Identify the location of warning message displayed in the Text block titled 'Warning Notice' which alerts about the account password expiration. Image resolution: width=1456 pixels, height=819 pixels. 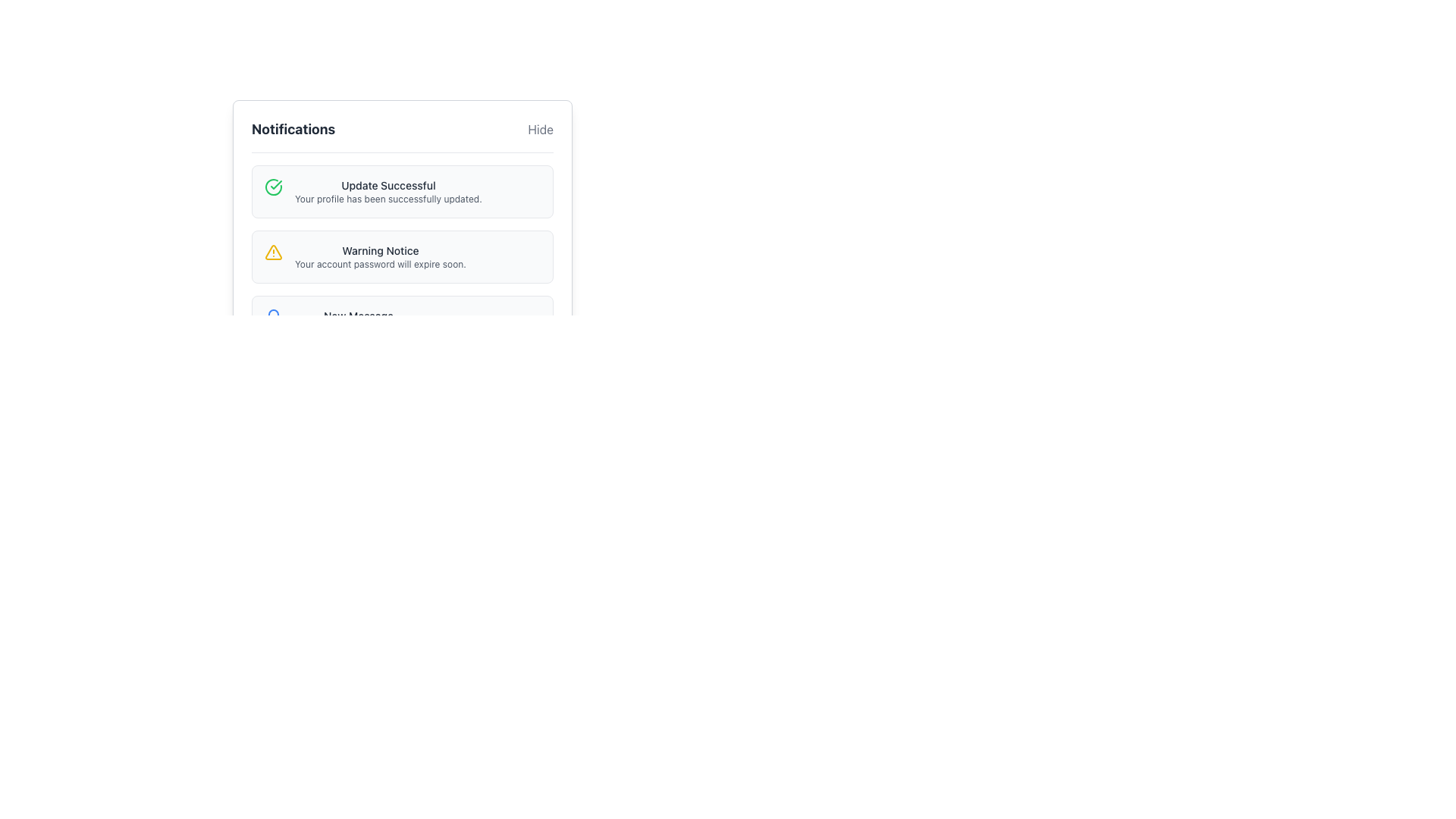
(380, 256).